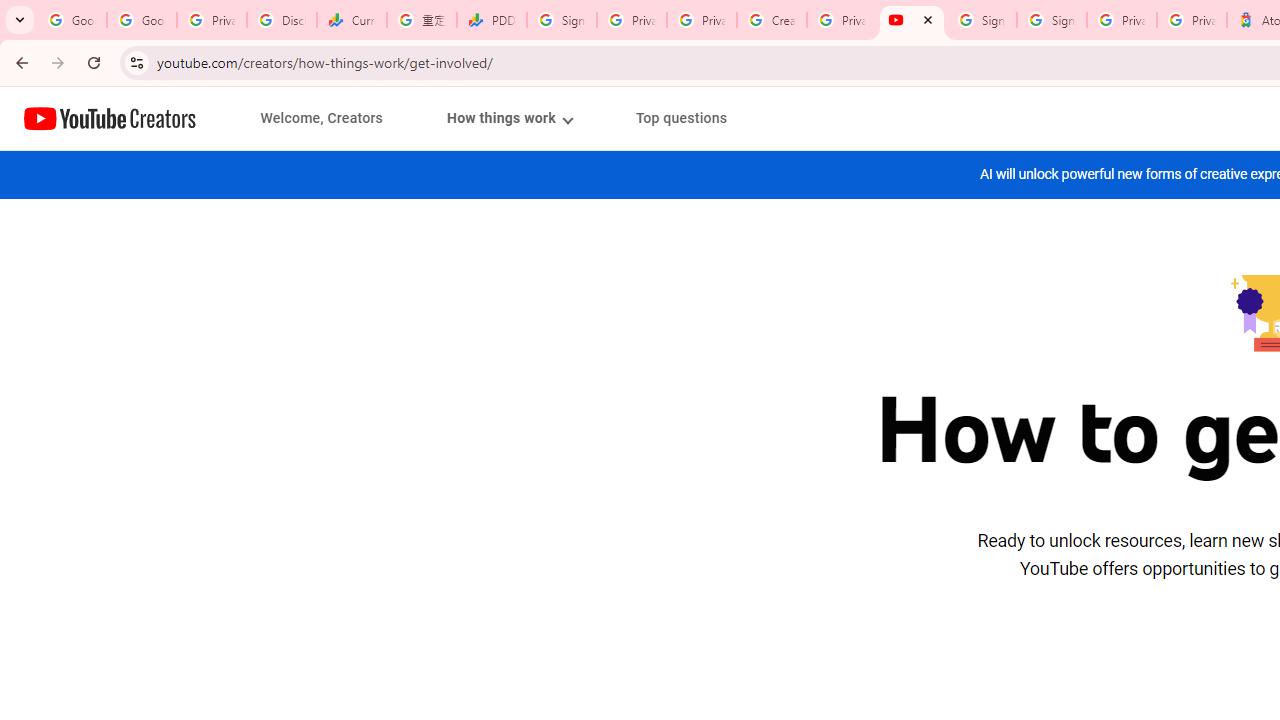 The height and width of the screenshot is (720, 1280). Describe the element at coordinates (681, 118) in the screenshot. I see `'Top questions'` at that location.